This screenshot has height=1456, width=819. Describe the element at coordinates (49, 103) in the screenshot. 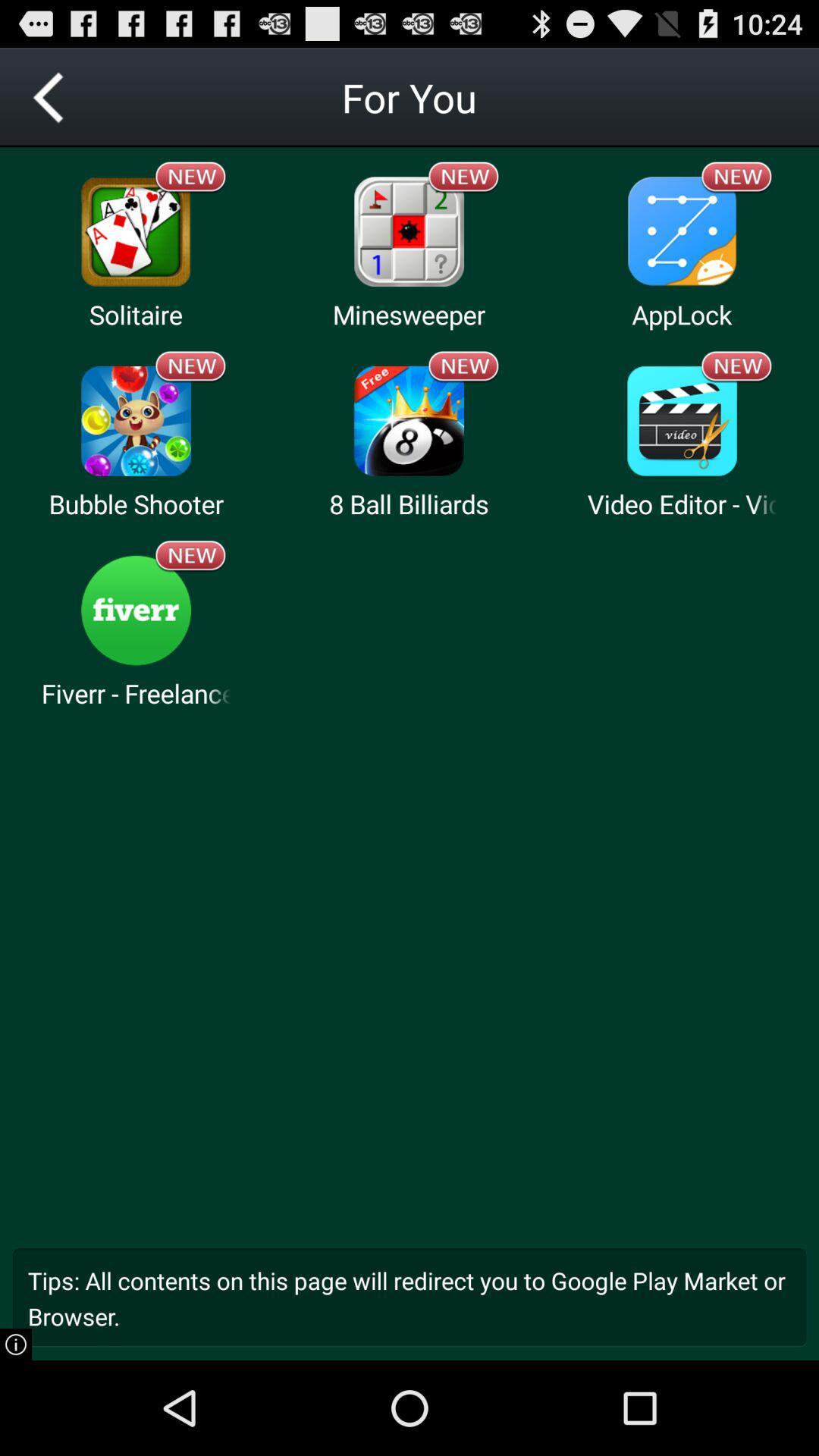

I see `the arrow_backward icon` at that location.